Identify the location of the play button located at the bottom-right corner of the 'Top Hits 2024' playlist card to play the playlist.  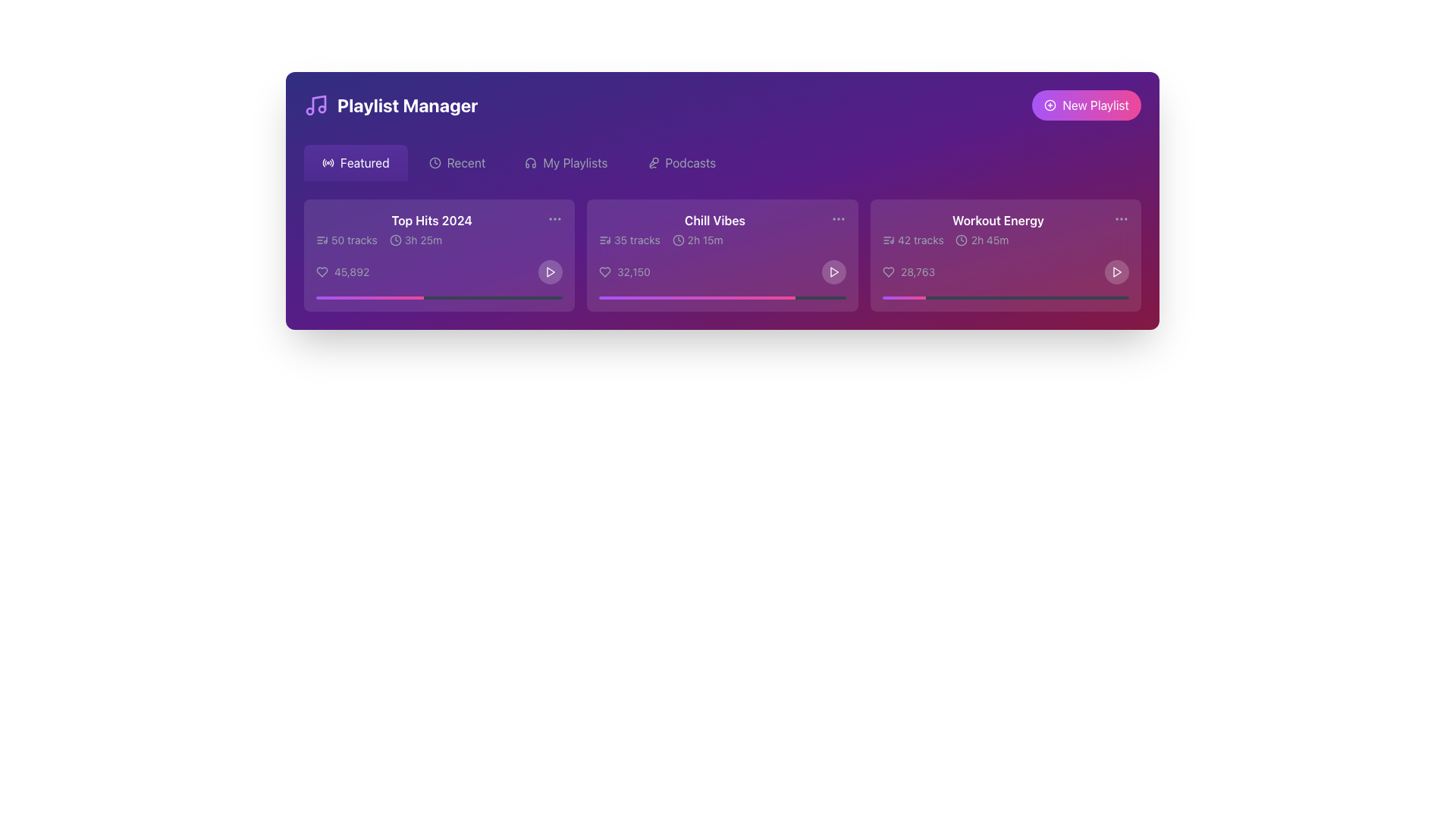
(549, 271).